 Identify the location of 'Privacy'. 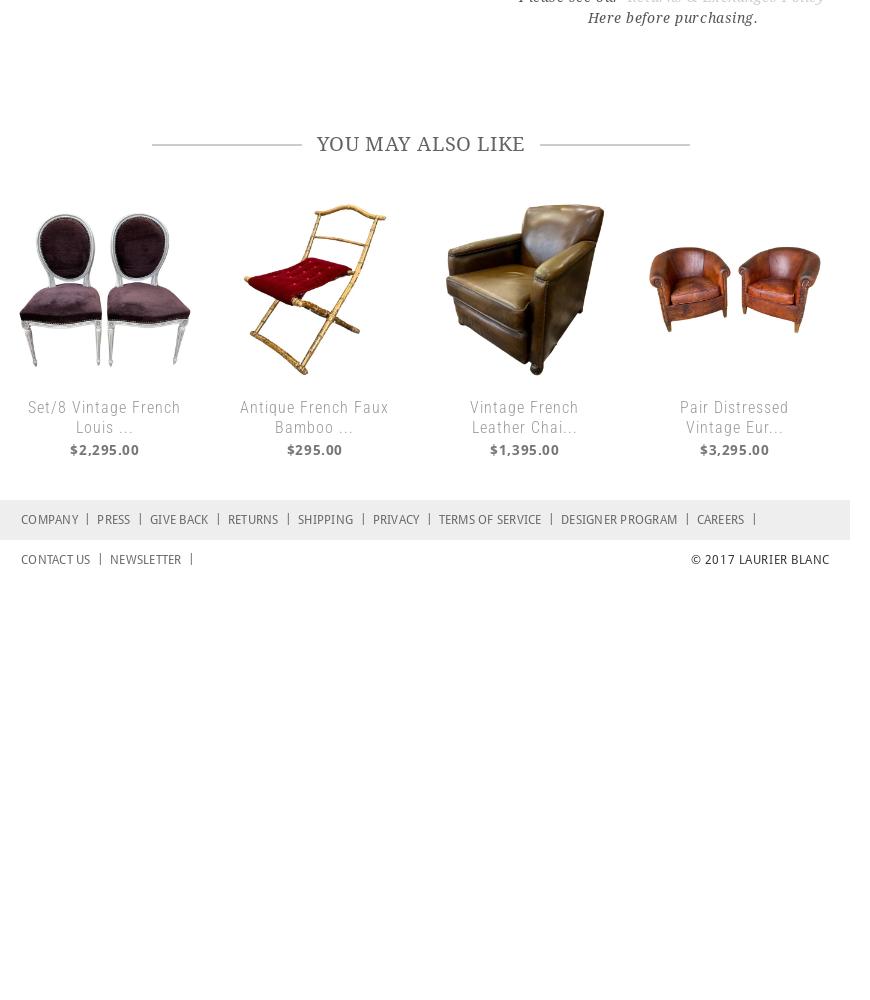
(398, 519).